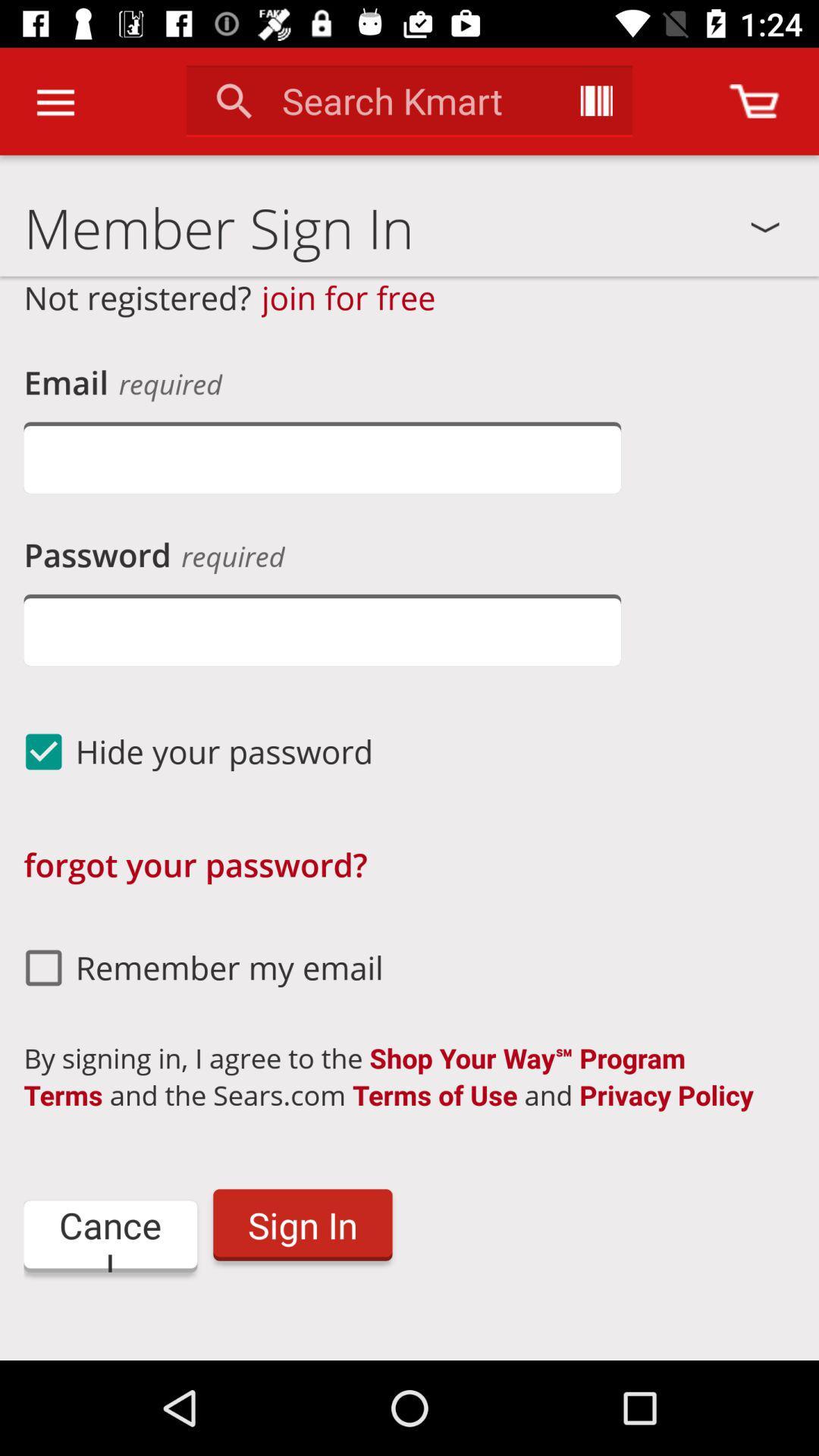 This screenshot has height=1456, width=819. I want to click on search for item, so click(595, 100).